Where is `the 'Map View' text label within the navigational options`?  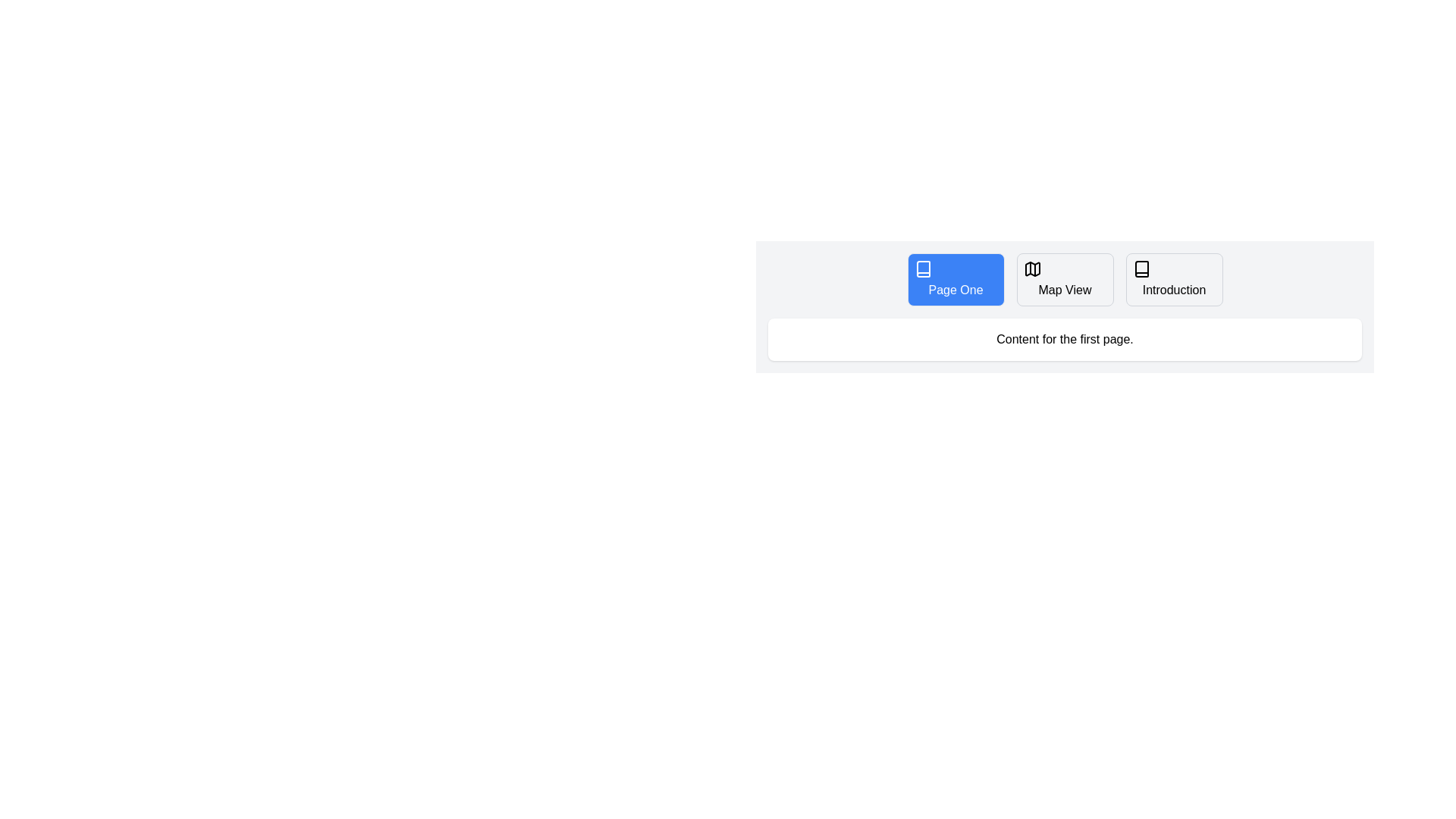 the 'Map View' text label within the navigational options is located at coordinates (1064, 290).